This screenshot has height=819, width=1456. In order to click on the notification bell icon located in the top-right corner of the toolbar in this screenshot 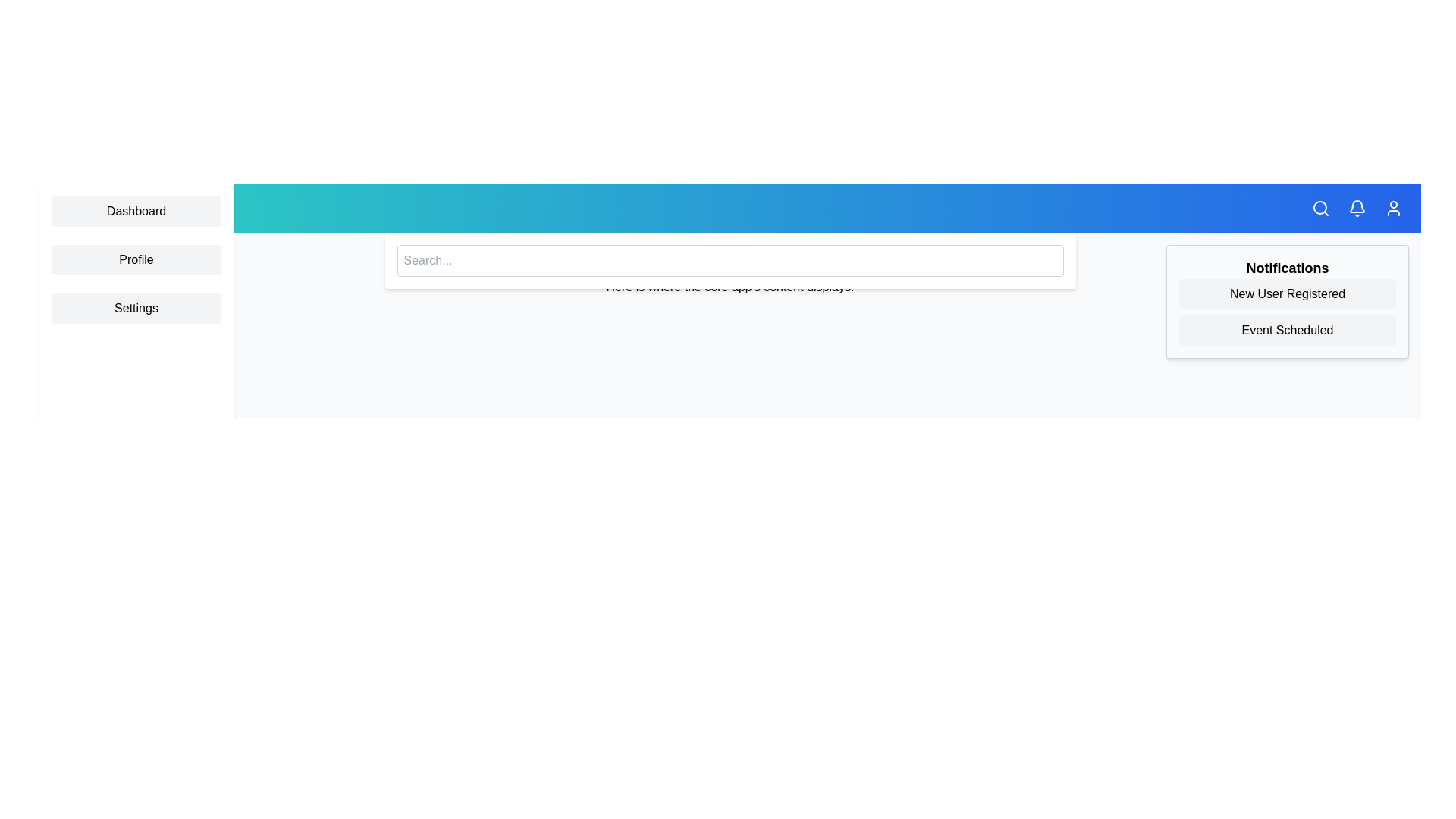, I will do `click(1357, 206)`.